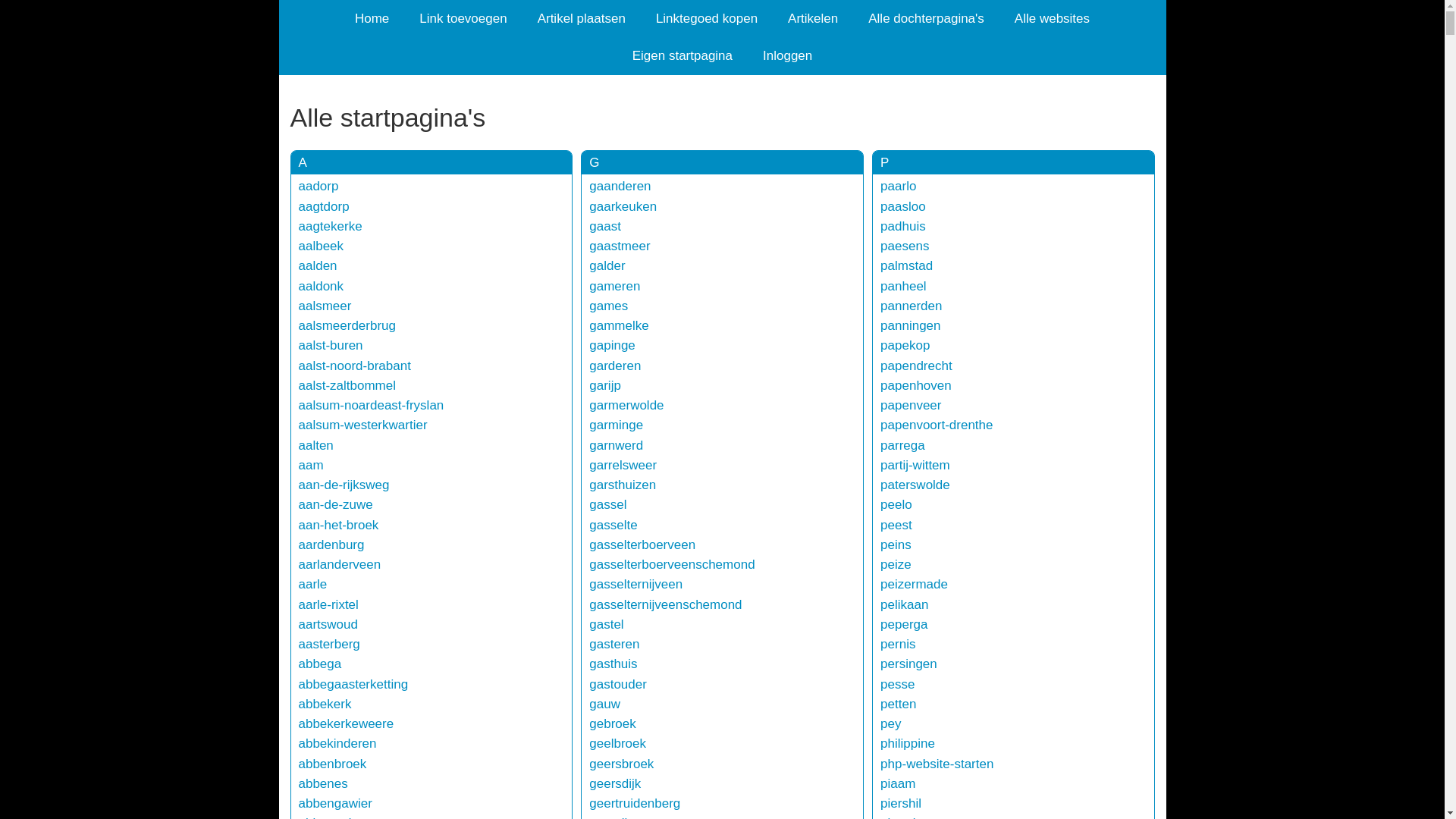  Describe the element at coordinates (362, 425) in the screenshot. I see `'aalsum-westerkwartier'` at that location.